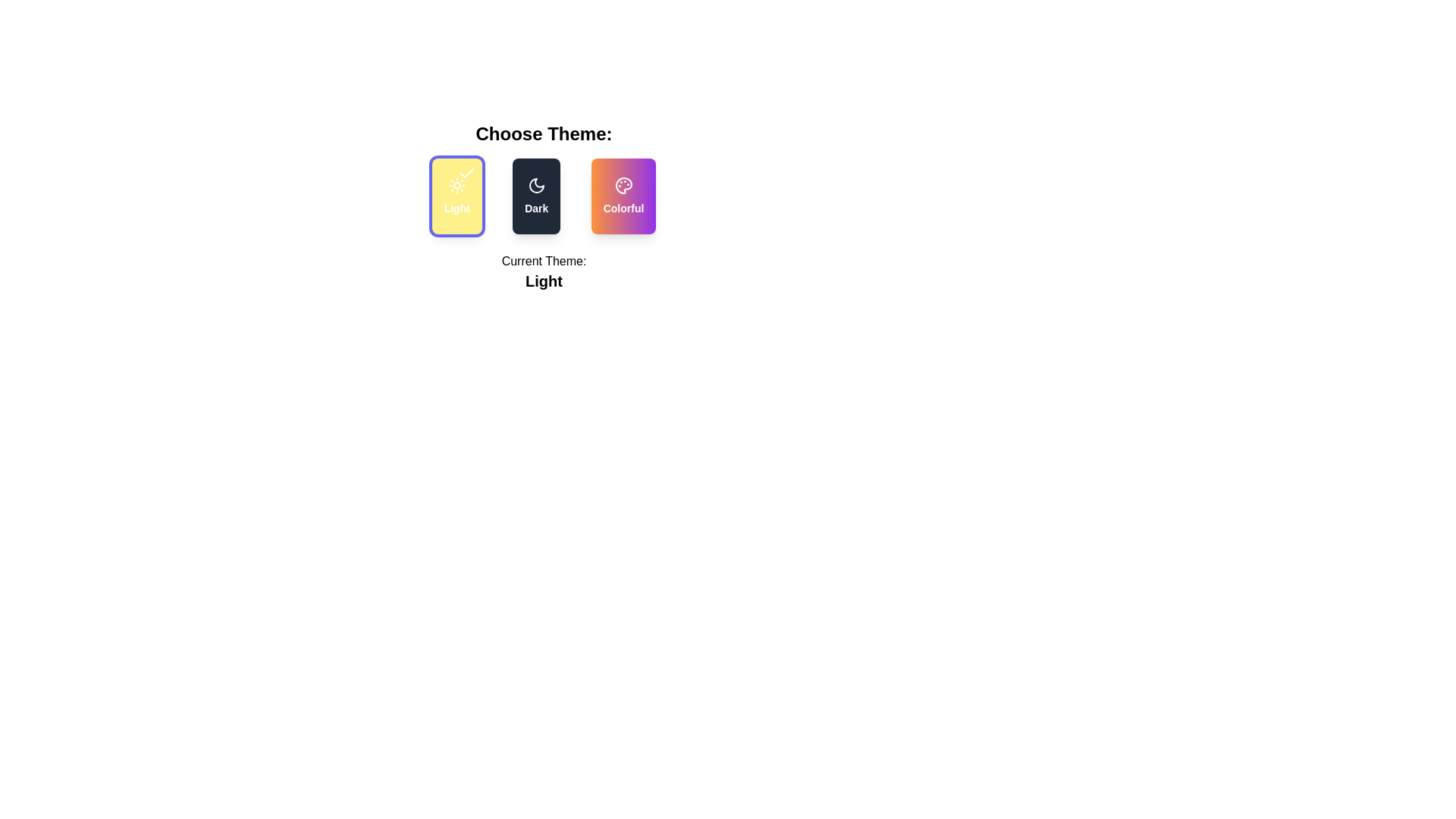 The width and height of the screenshot is (1456, 819). I want to click on the 'Light' theme button to observe its visual feedback, so click(455, 195).